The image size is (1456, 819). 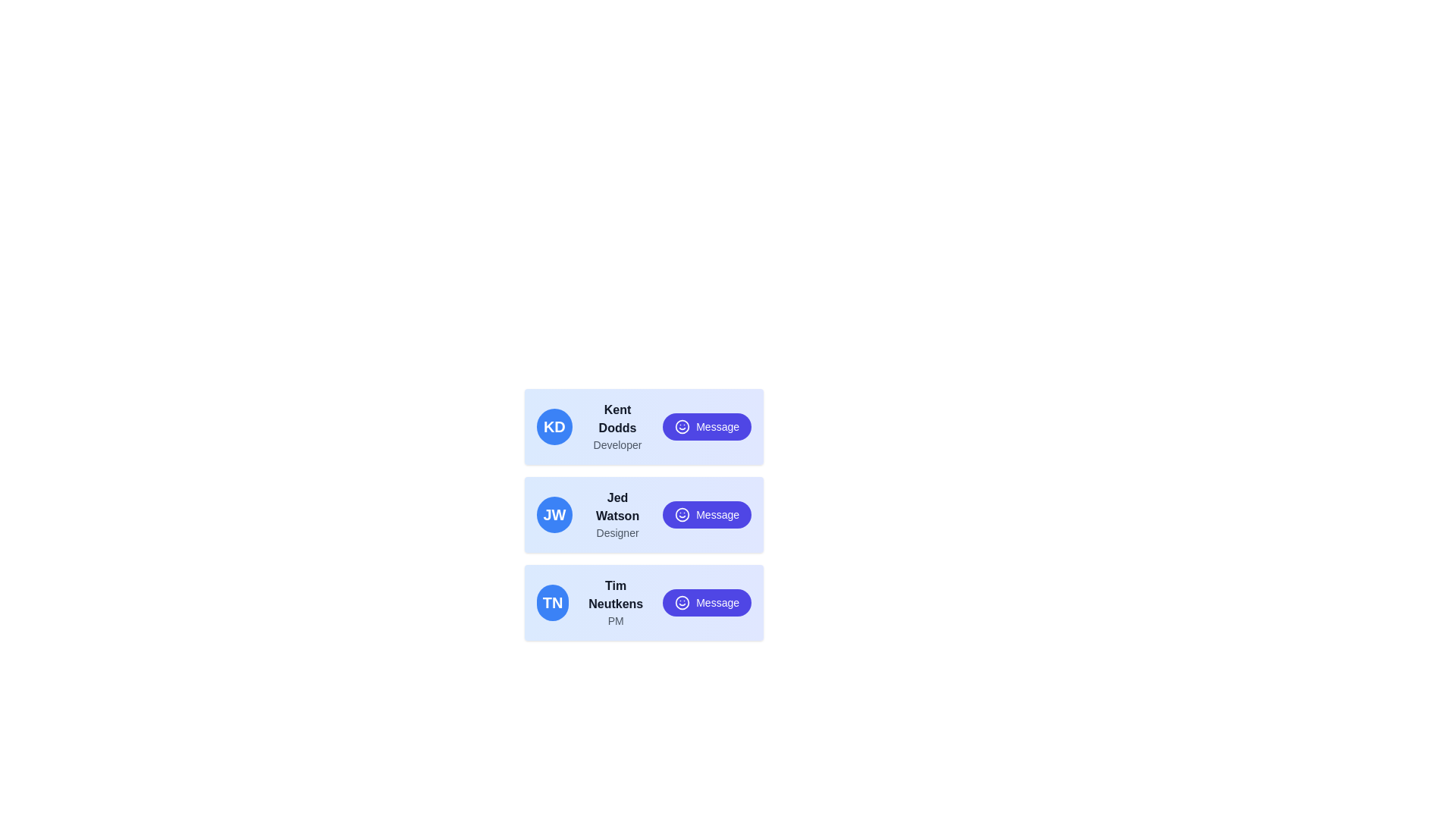 I want to click on the User Card displaying user information, which is the third entry in the list located below 'Jed Watson' and 'Kent Dodds', so click(x=644, y=601).